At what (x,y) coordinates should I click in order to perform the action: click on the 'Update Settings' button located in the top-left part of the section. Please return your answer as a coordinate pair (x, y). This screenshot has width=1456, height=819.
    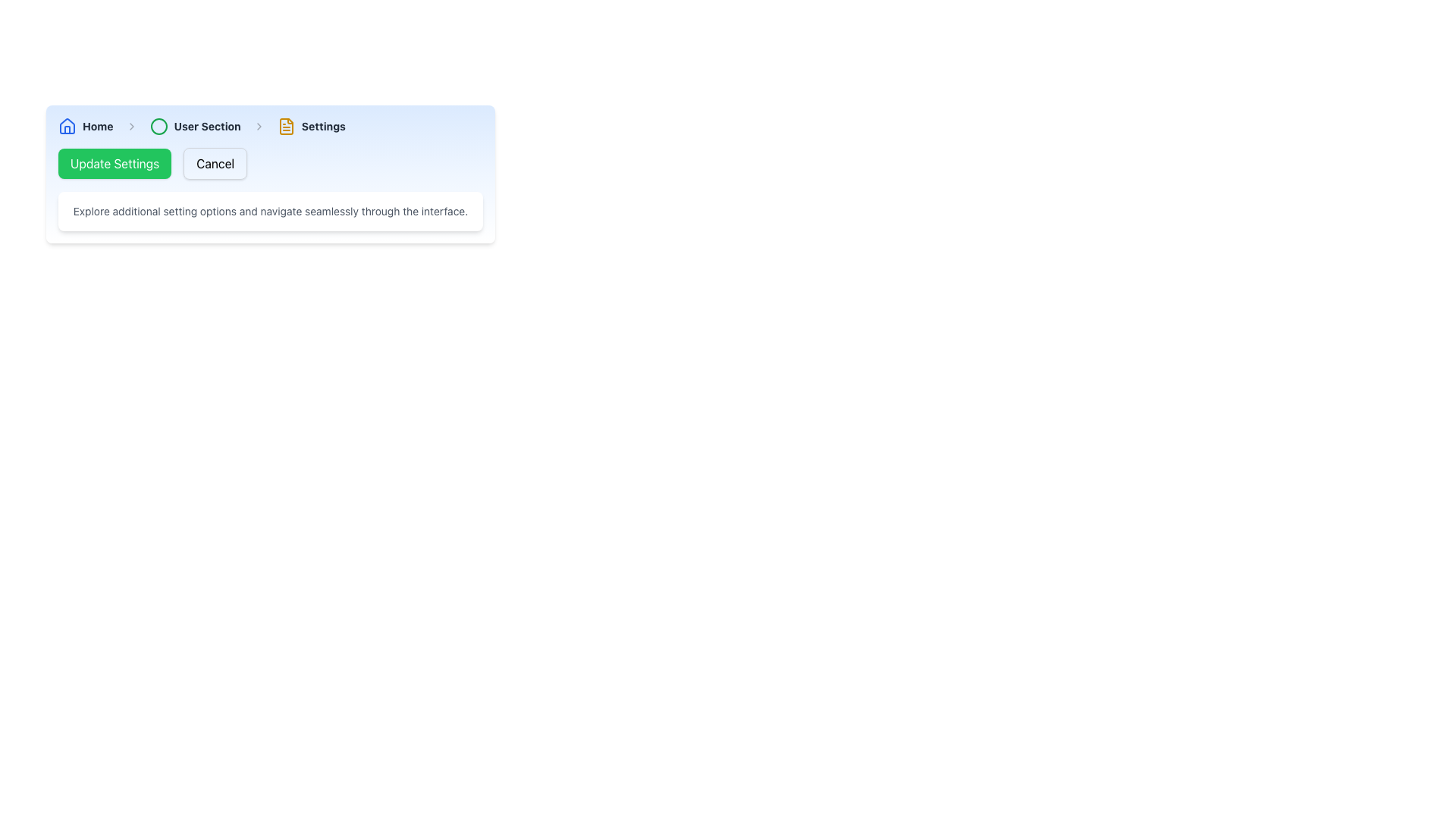
    Looking at the image, I should click on (114, 164).